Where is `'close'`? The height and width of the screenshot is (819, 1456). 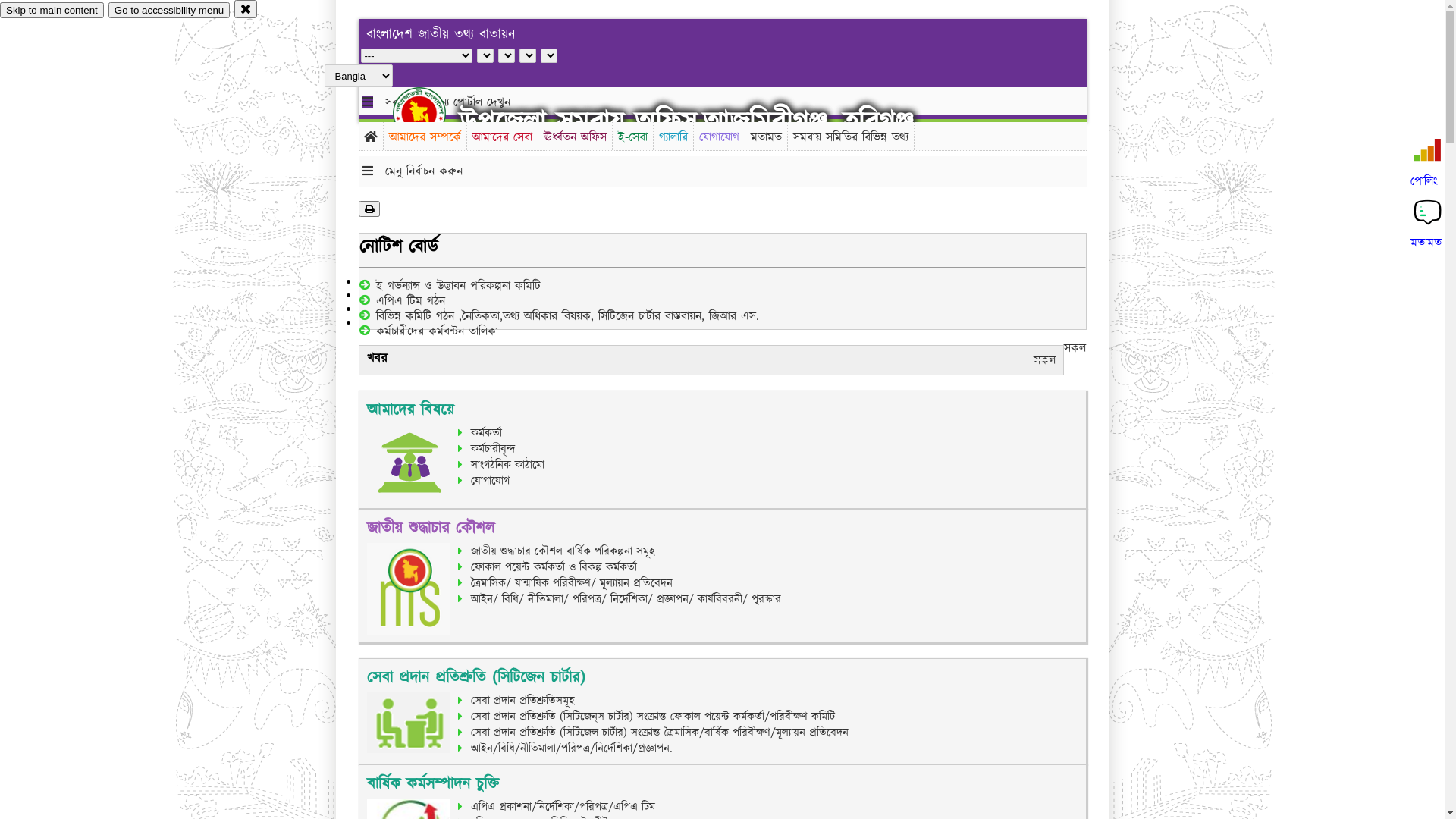 'close' is located at coordinates (246, 8).